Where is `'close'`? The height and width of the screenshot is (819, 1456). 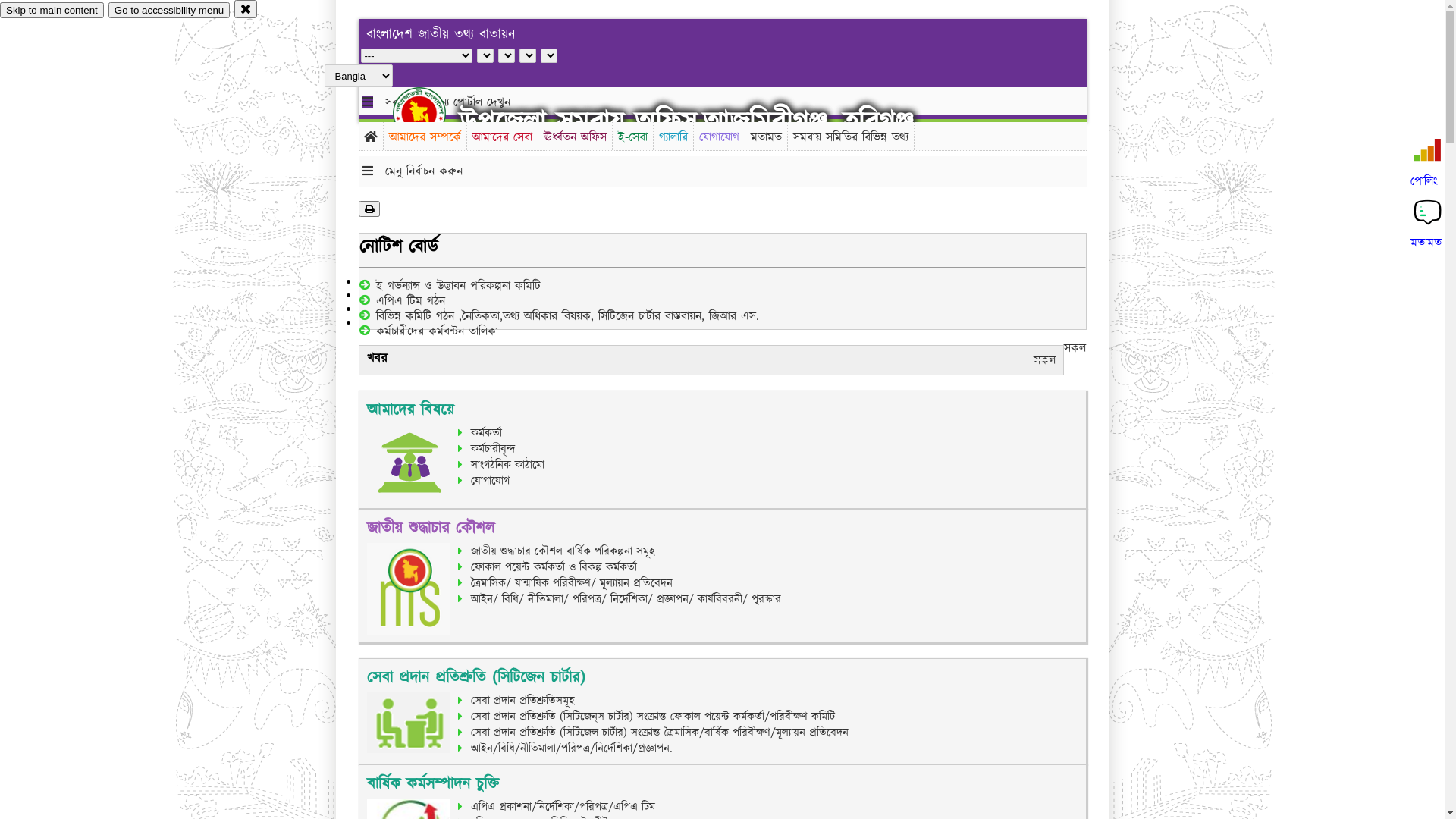 'close' is located at coordinates (246, 8).